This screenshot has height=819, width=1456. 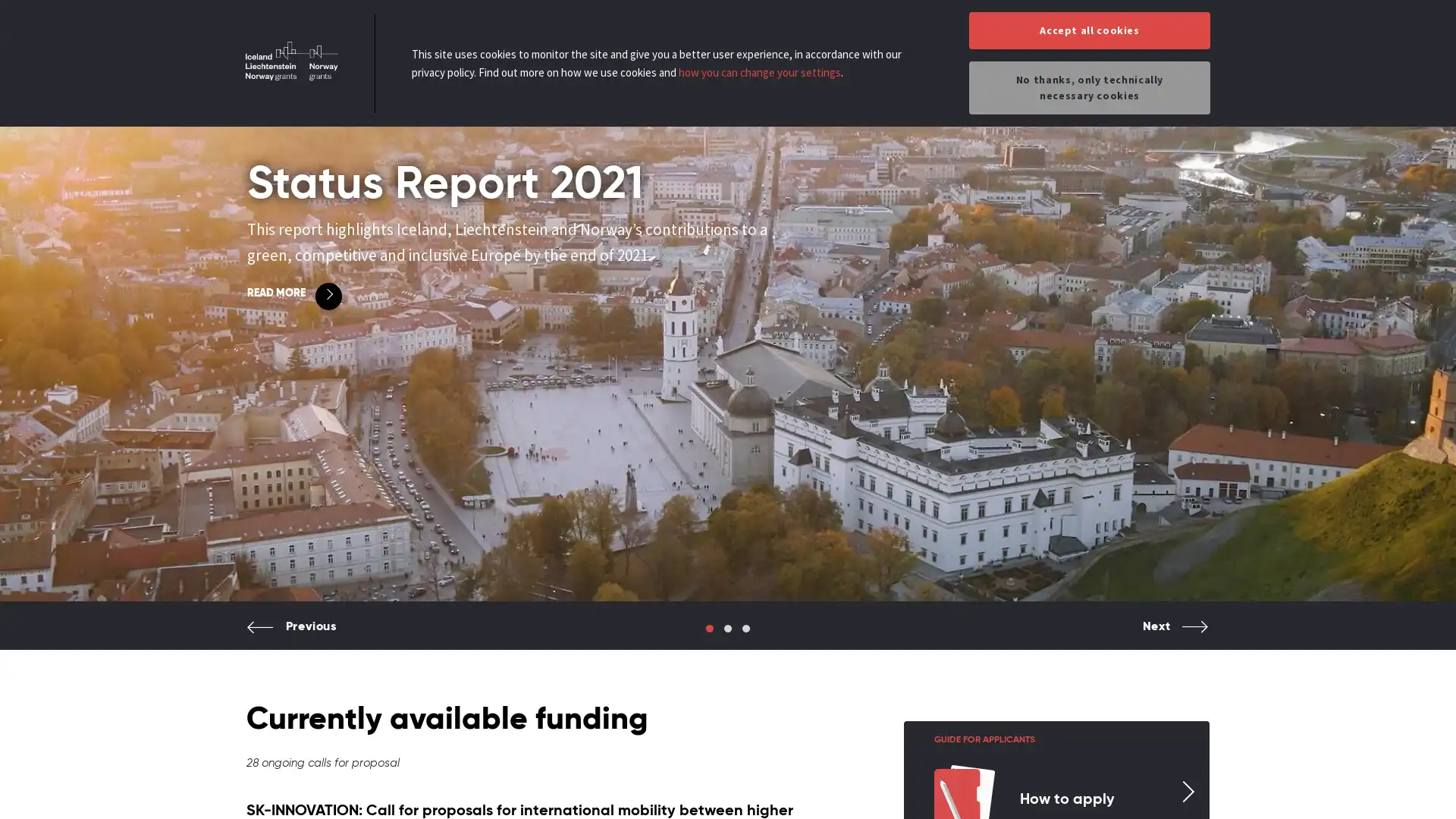 I want to click on No thanks, only technically necessary cookies, so click(x=1088, y=87).